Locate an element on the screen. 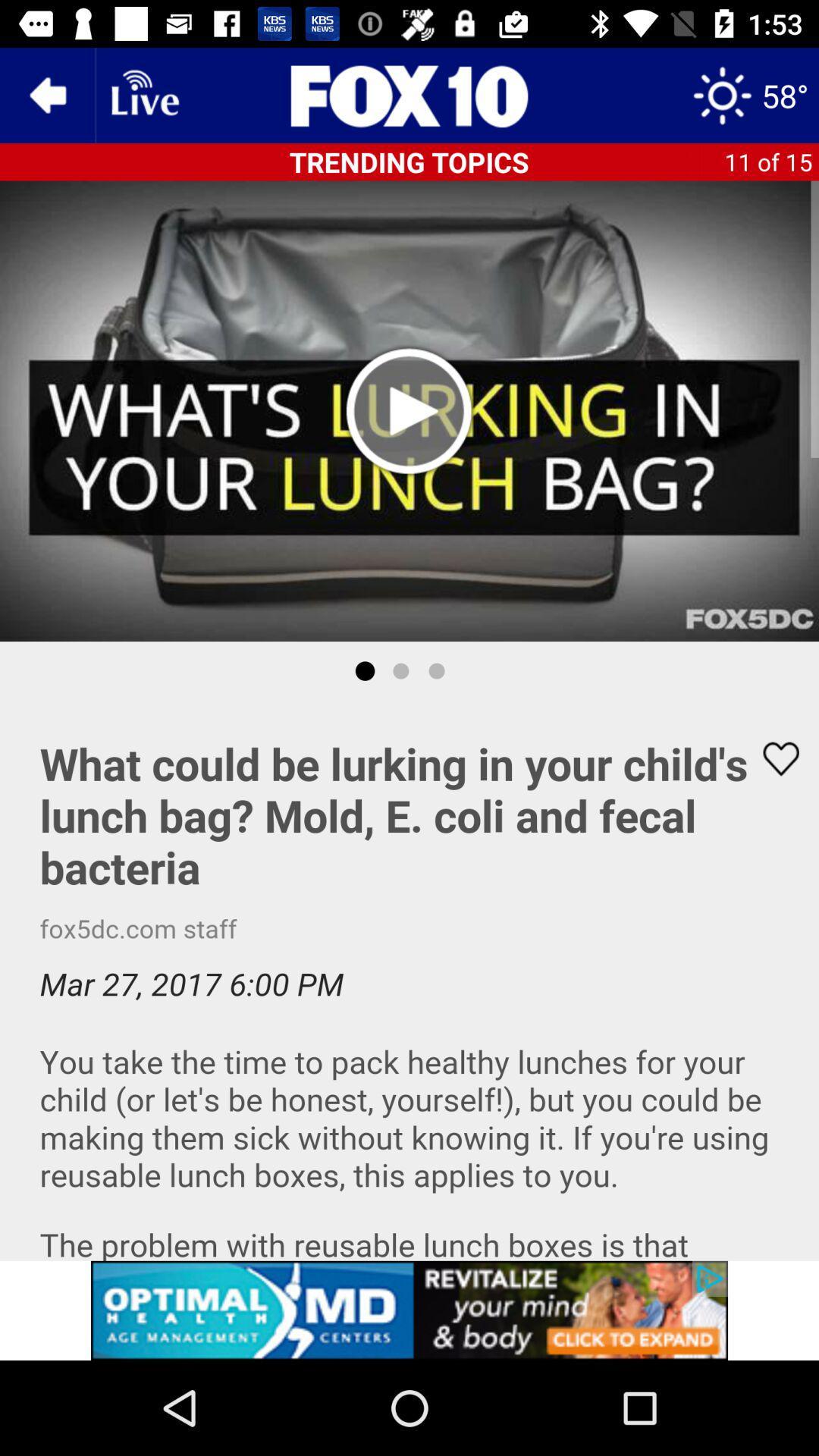 The height and width of the screenshot is (1456, 819). advertiser banner is located at coordinates (409, 1310).